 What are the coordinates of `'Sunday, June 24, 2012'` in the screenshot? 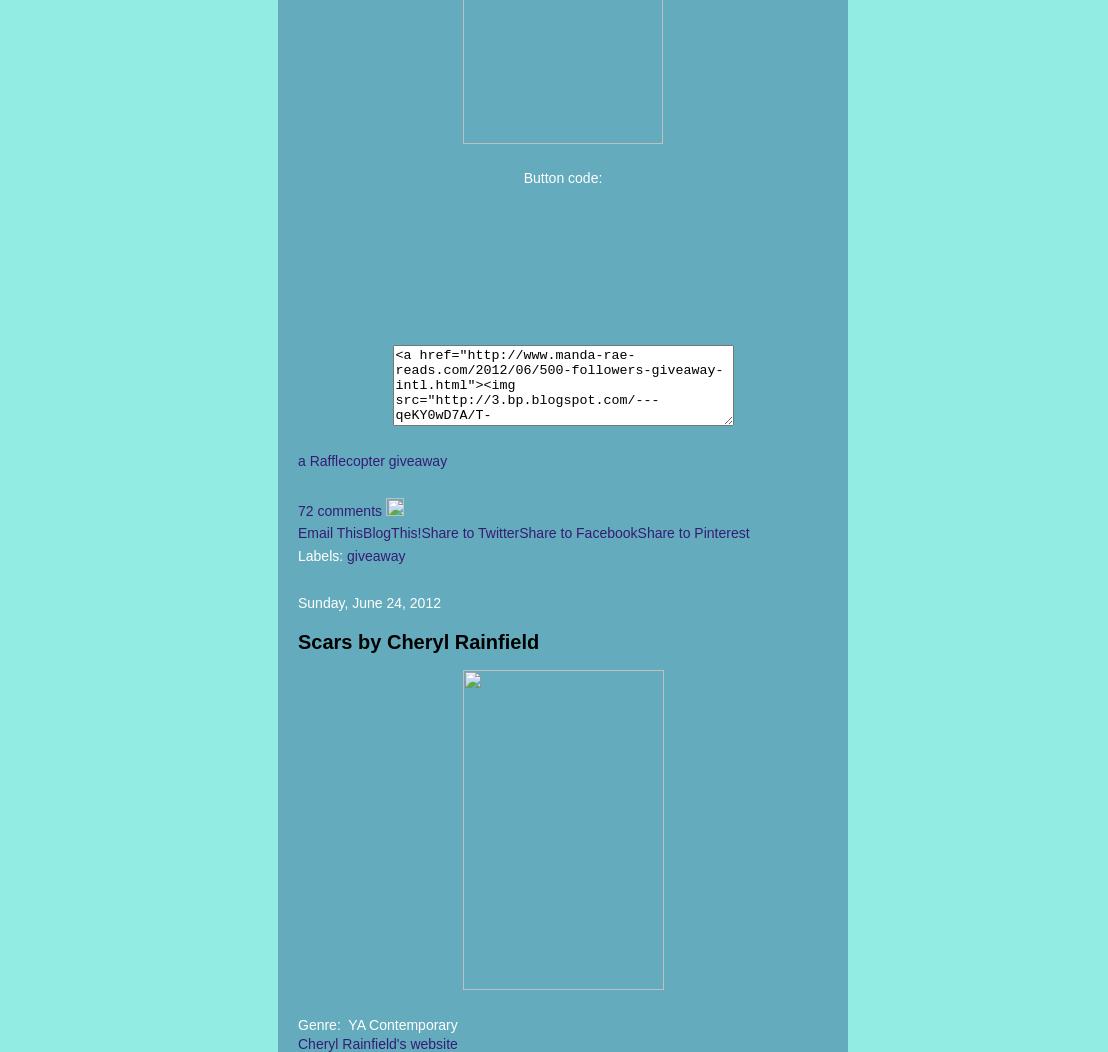 It's located at (367, 602).